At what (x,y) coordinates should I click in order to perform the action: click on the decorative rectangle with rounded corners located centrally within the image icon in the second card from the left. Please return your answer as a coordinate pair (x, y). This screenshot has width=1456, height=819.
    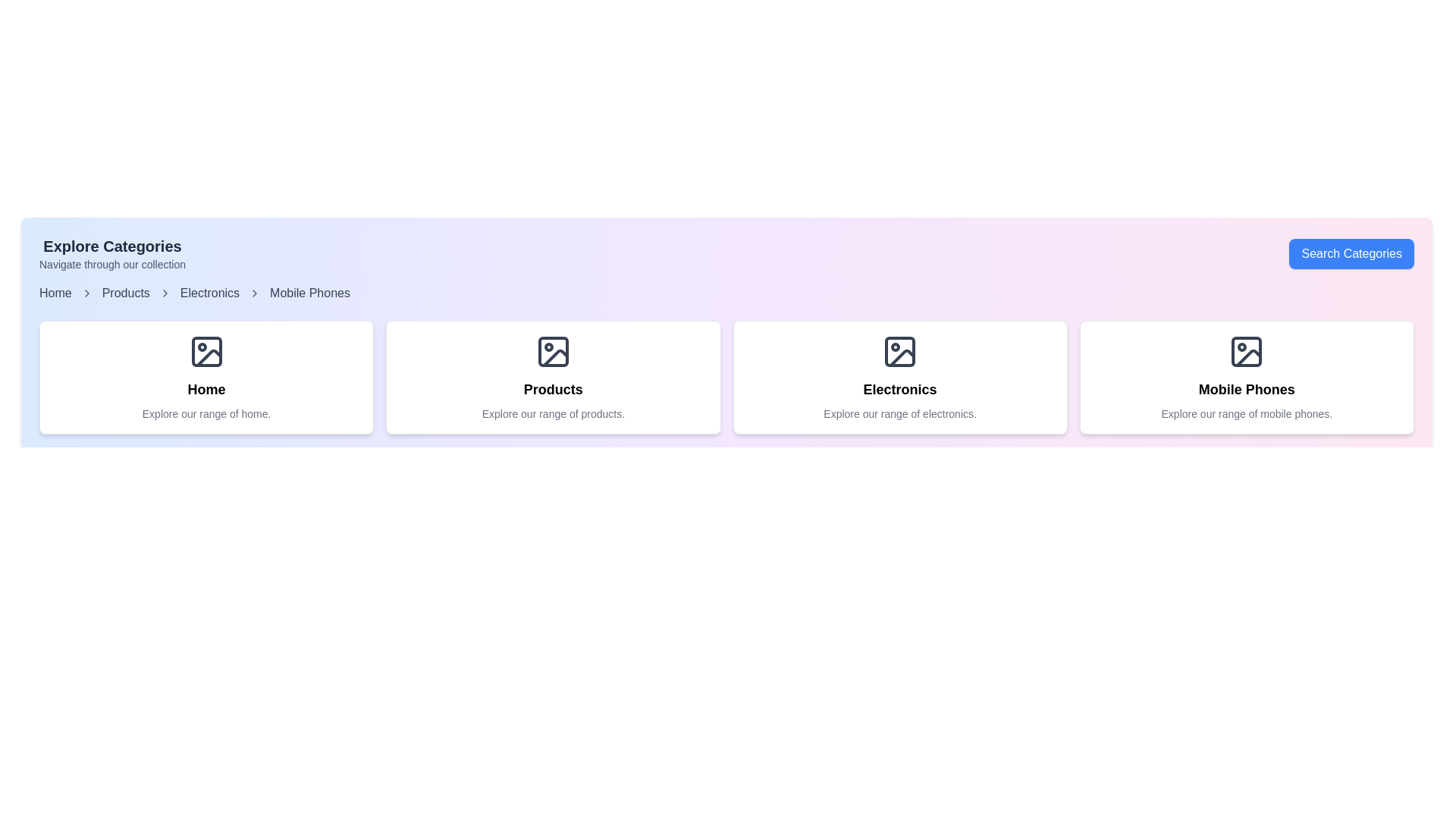
    Looking at the image, I should click on (552, 351).